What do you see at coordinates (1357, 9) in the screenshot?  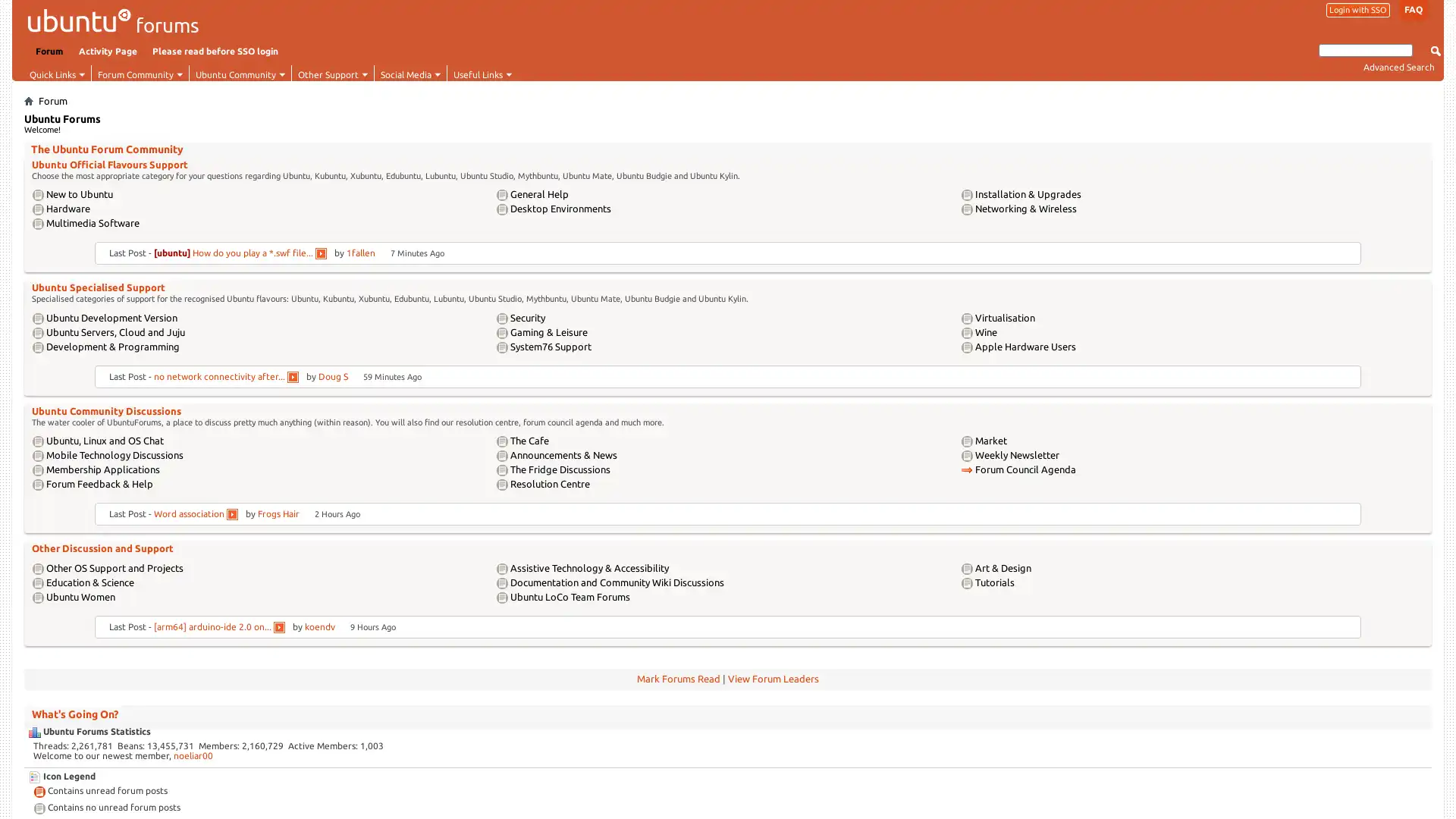 I see `Login with SSO` at bounding box center [1357, 9].